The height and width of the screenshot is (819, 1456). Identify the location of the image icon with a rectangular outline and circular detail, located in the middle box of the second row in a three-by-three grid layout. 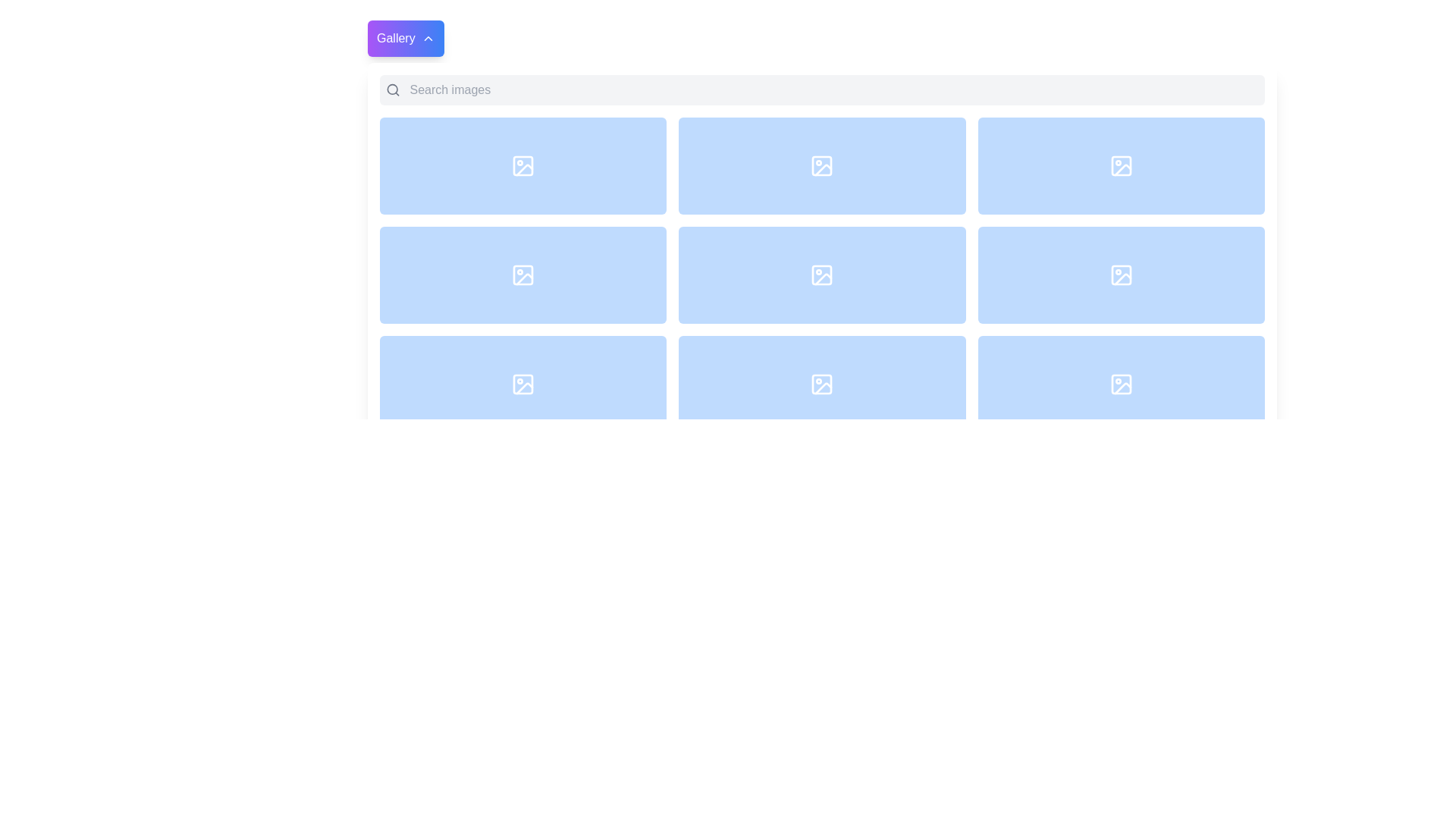
(523, 275).